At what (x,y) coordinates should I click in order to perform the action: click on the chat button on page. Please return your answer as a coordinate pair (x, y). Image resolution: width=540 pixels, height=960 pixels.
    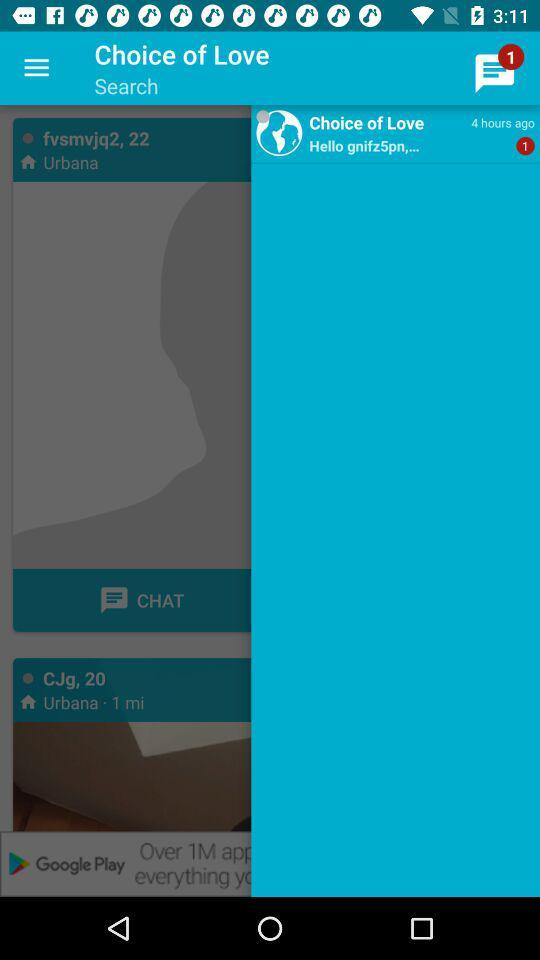
    Looking at the image, I should click on (140, 600).